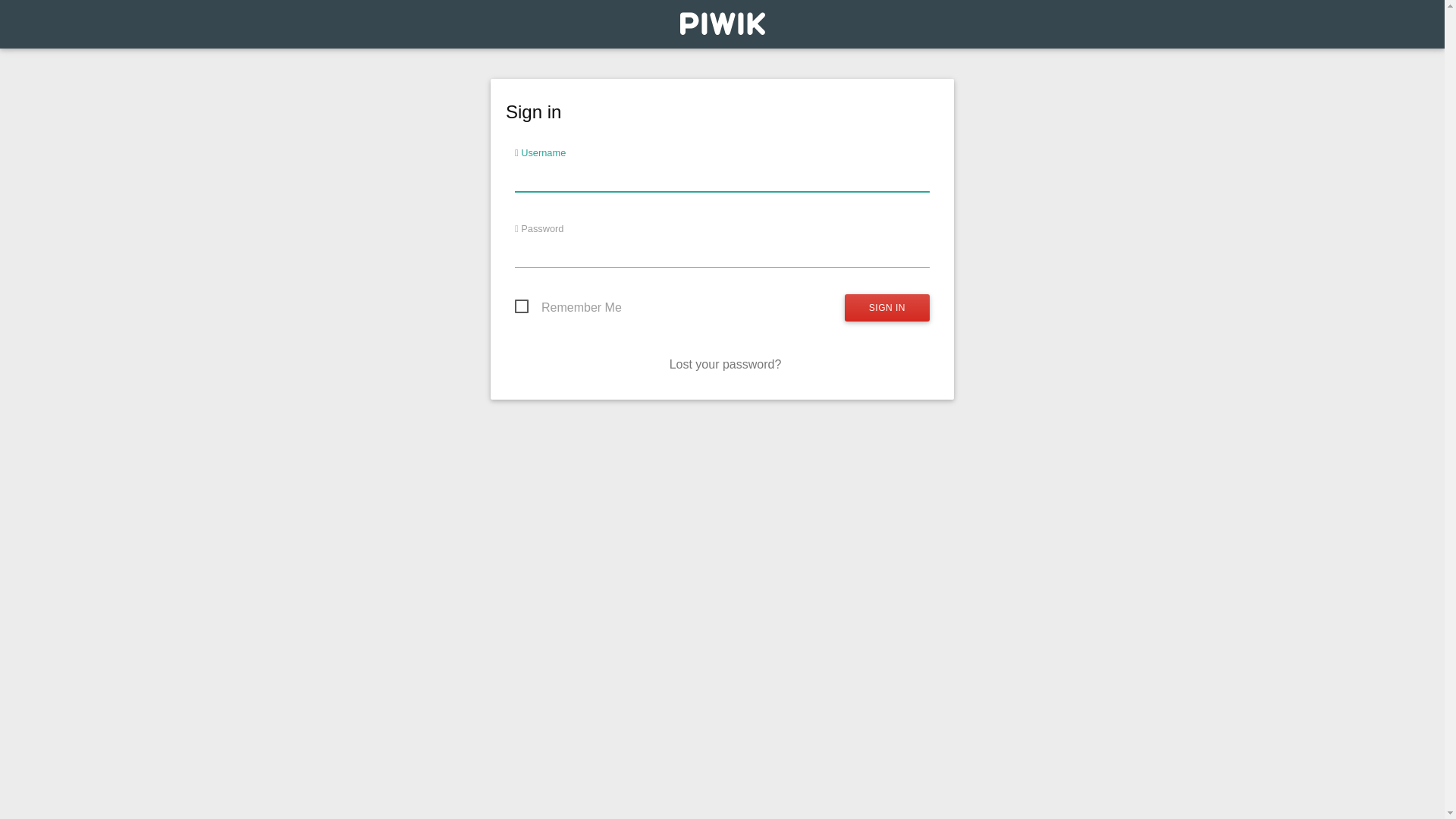  What do you see at coordinates (720, 27) in the screenshot?
I see `'Web analytics'` at bounding box center [720, 27].